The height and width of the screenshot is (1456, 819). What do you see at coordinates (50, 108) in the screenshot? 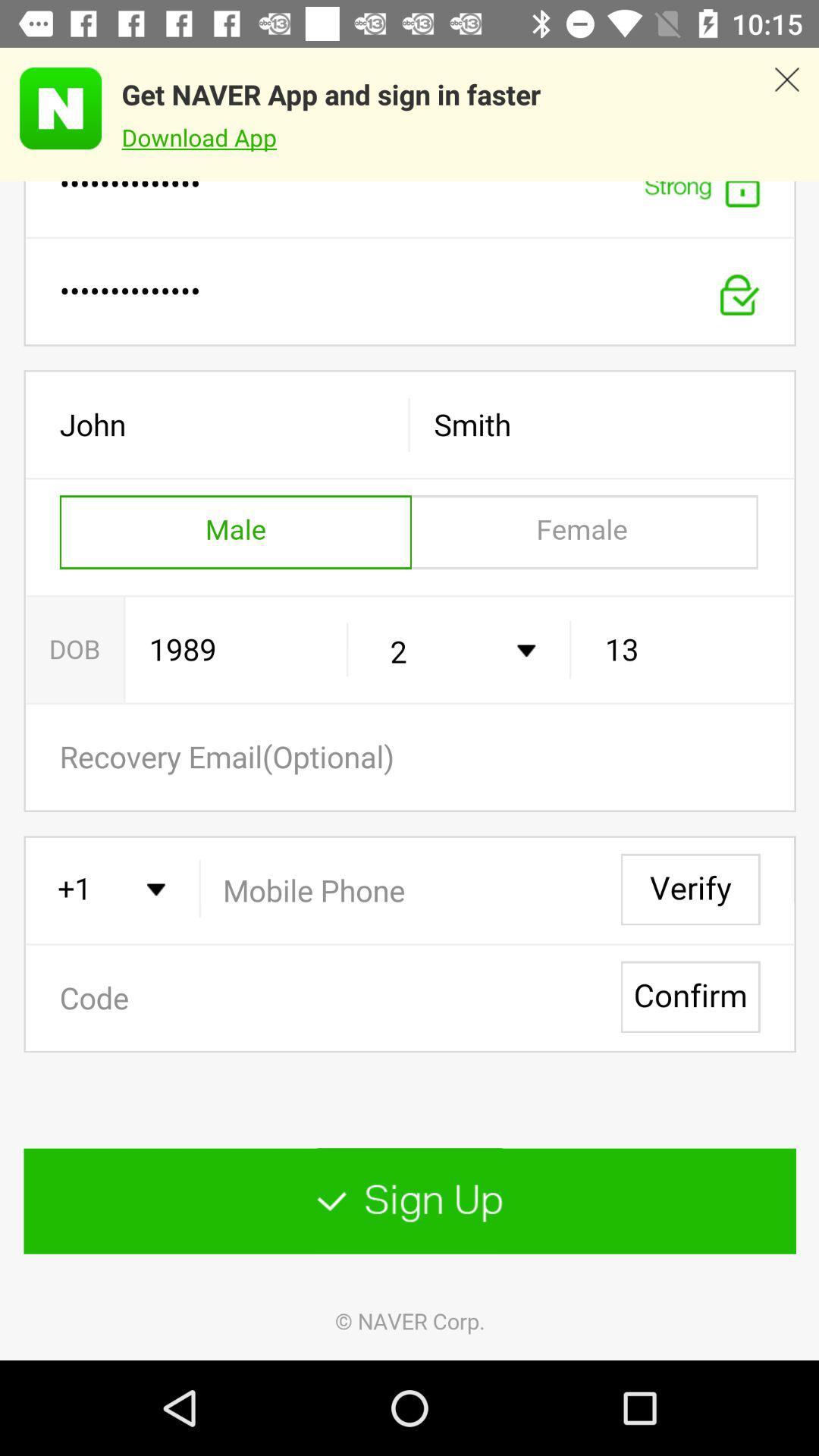
I see `title image` at bounding box center [50, 108].